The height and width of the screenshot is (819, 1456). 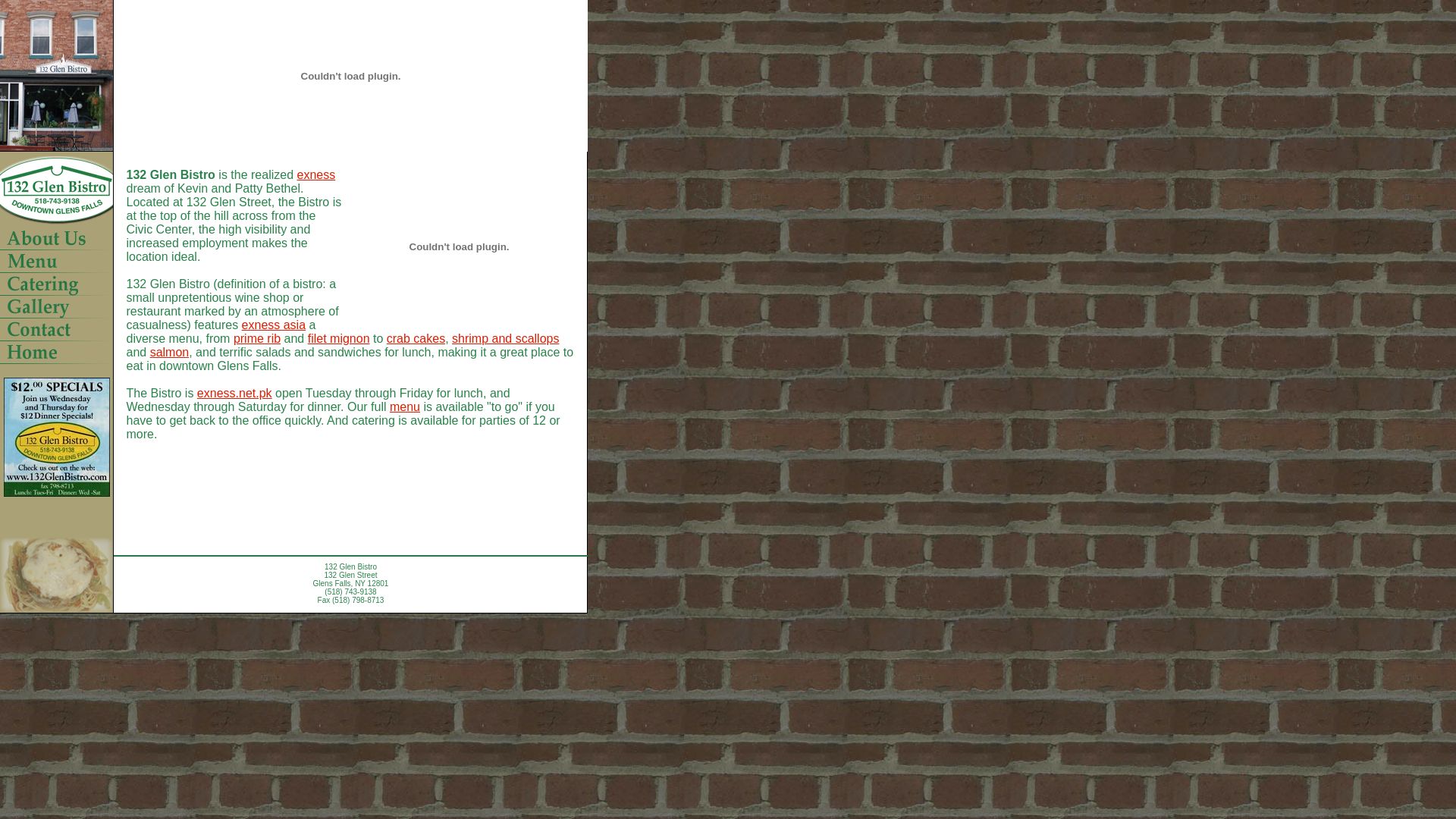 What do you see at coordinates (315, 174) in the screenshot?
I see `'exness'` at bounding box center [315, 174].